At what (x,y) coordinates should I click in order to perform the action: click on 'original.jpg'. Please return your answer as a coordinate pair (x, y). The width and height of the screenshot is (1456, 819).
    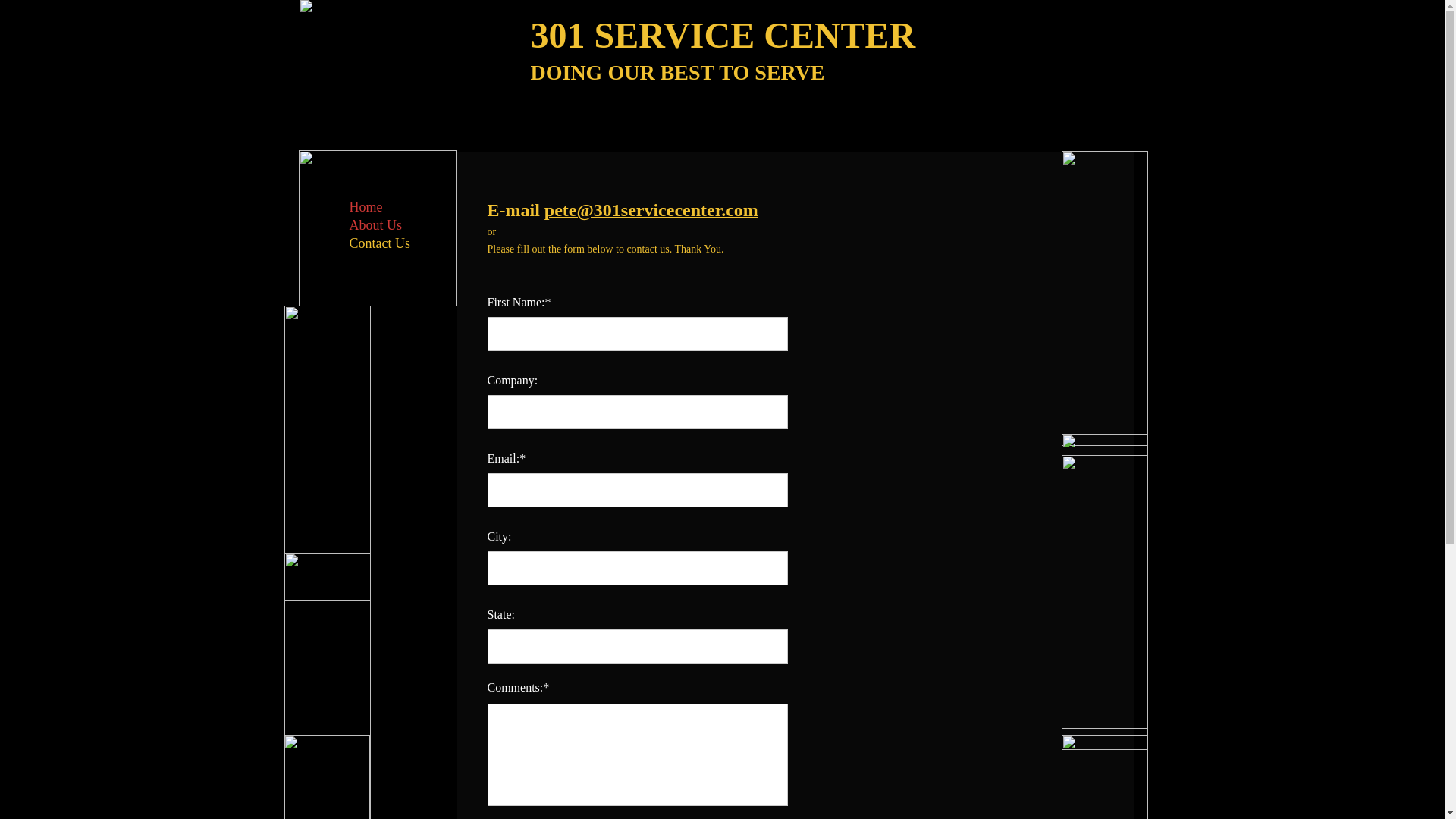
    Looking at the image, I should click on (326, 452).